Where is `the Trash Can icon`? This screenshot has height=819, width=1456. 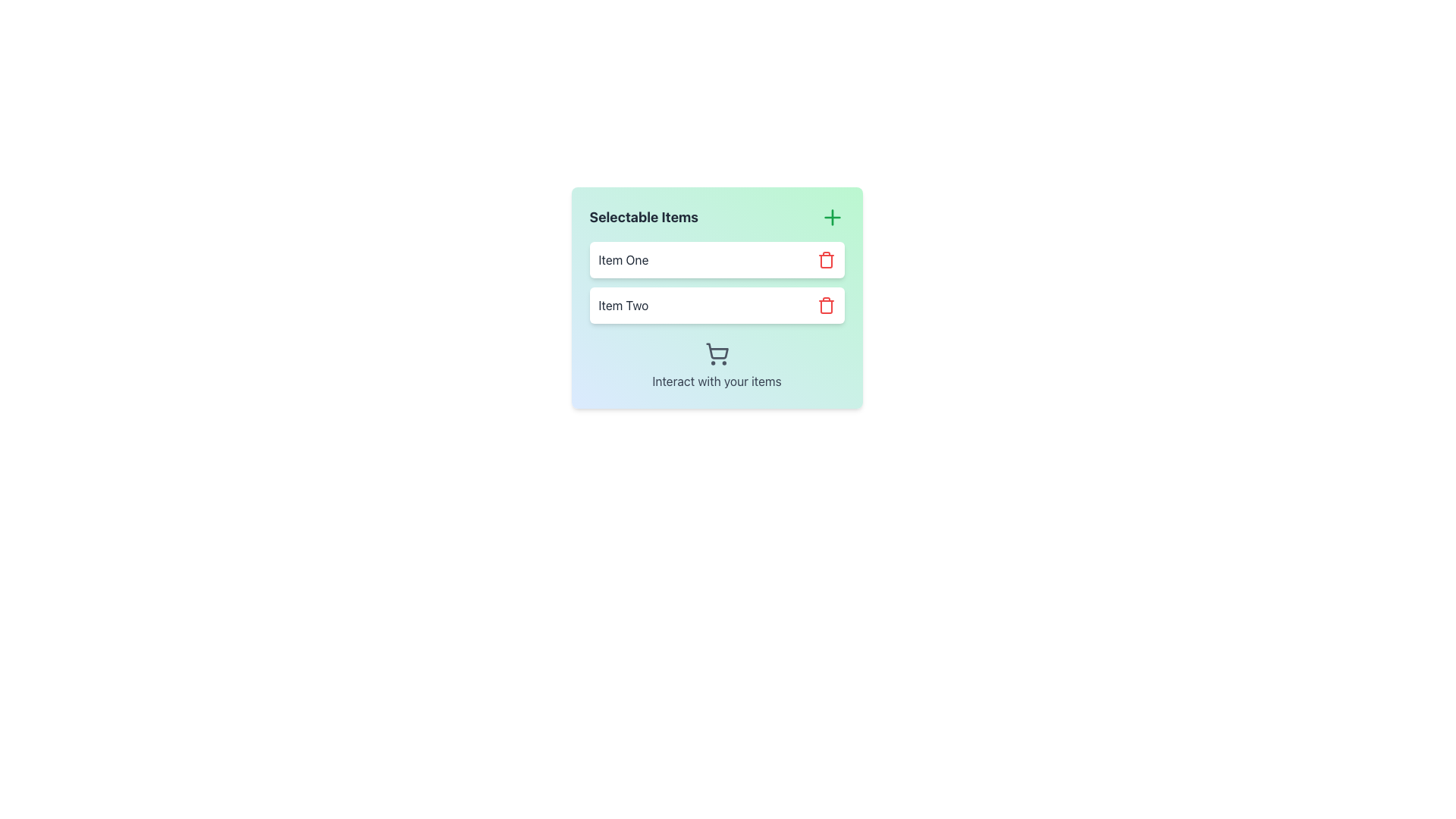 the Trash Can icon is located at coordinates (825, 259).